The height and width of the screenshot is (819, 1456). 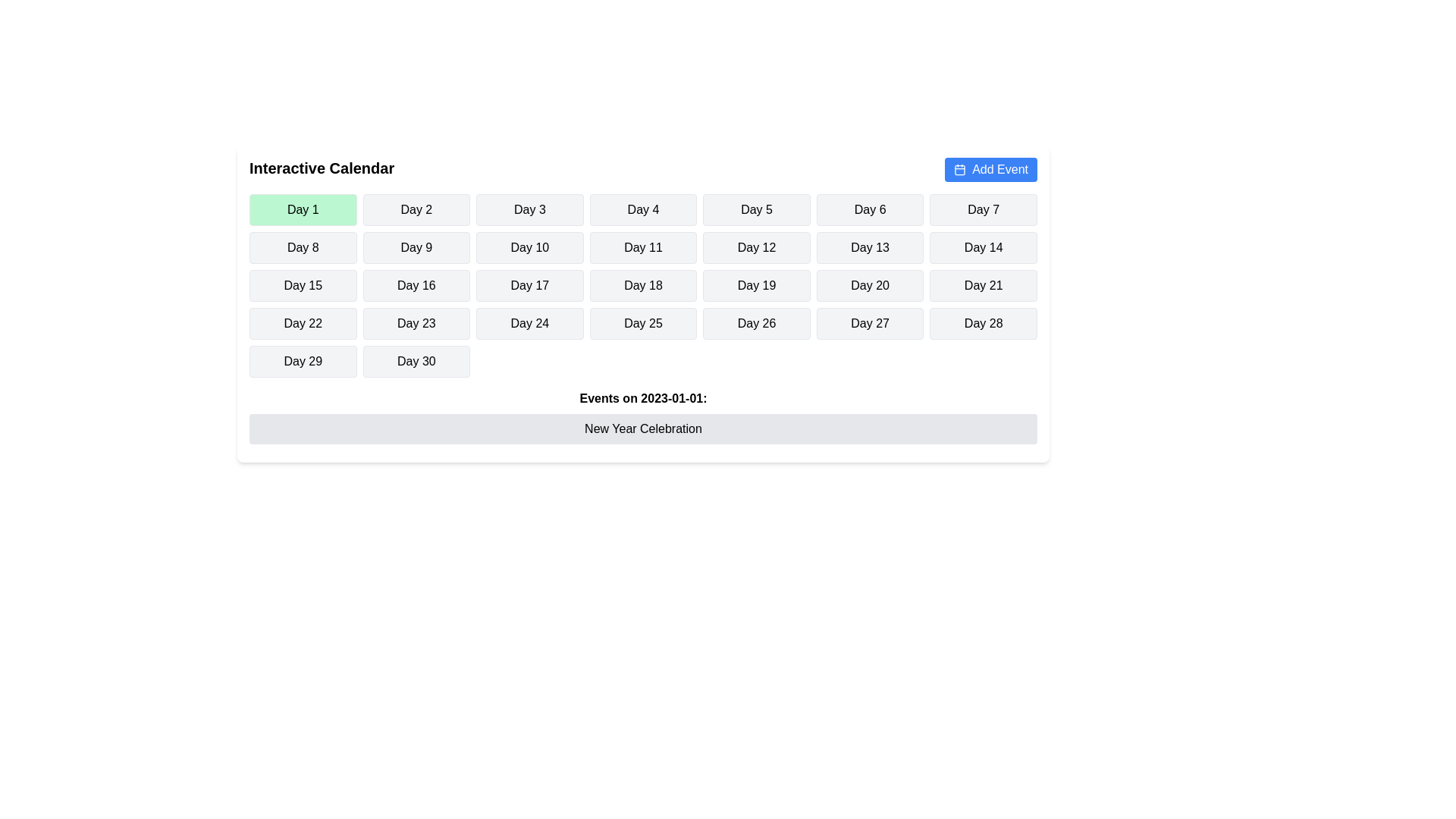 I want to click on the button labeled 'Day 16', which is a rectangular component with rounded corners and a light gray background, so click(x=416, y=286).